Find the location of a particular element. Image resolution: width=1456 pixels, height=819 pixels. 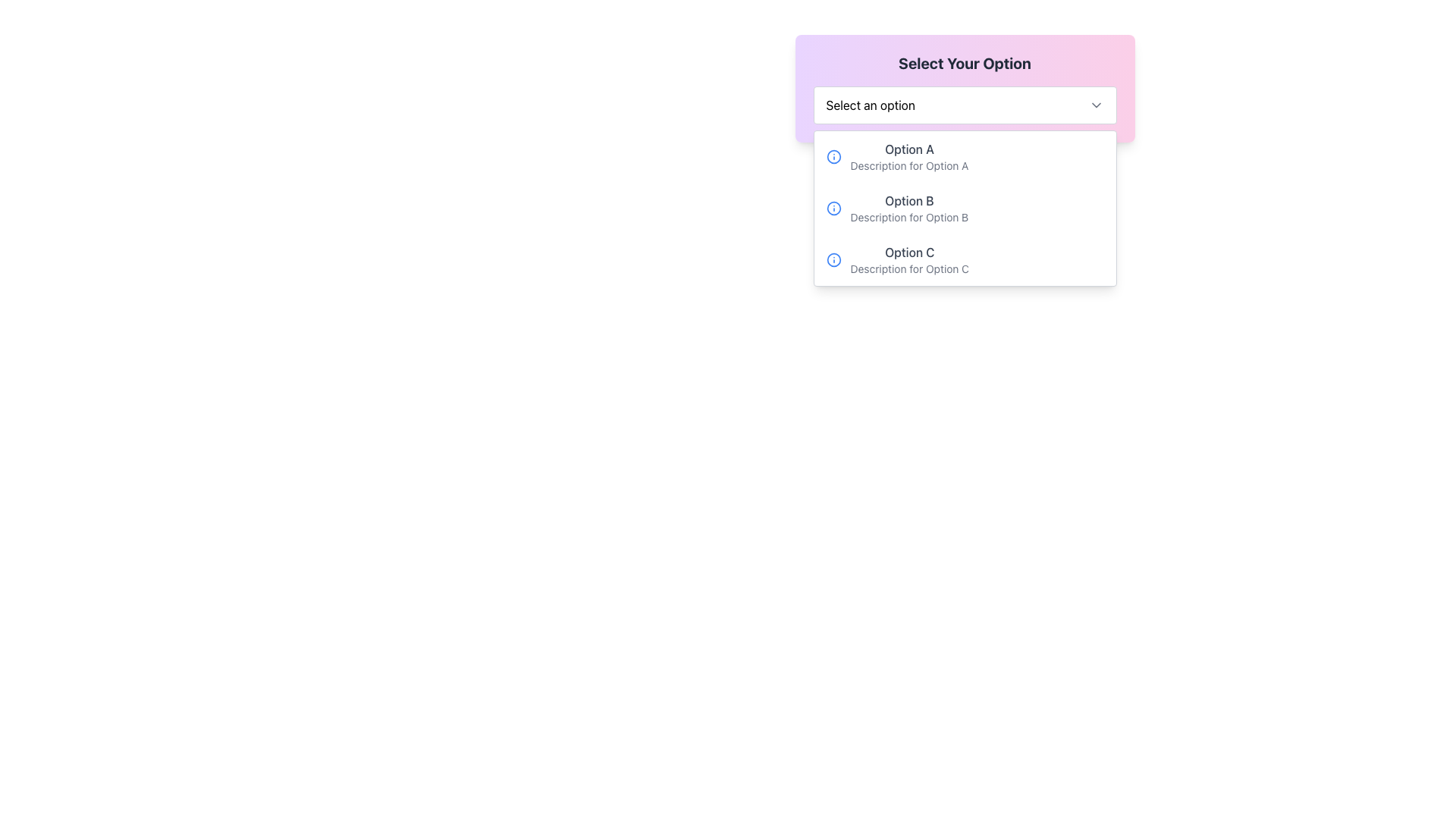

the second selectable list item, which features a bold heading 'Option B' and a descriptive subtitle 'Description for Option B' is located at coordinates (909, 208).